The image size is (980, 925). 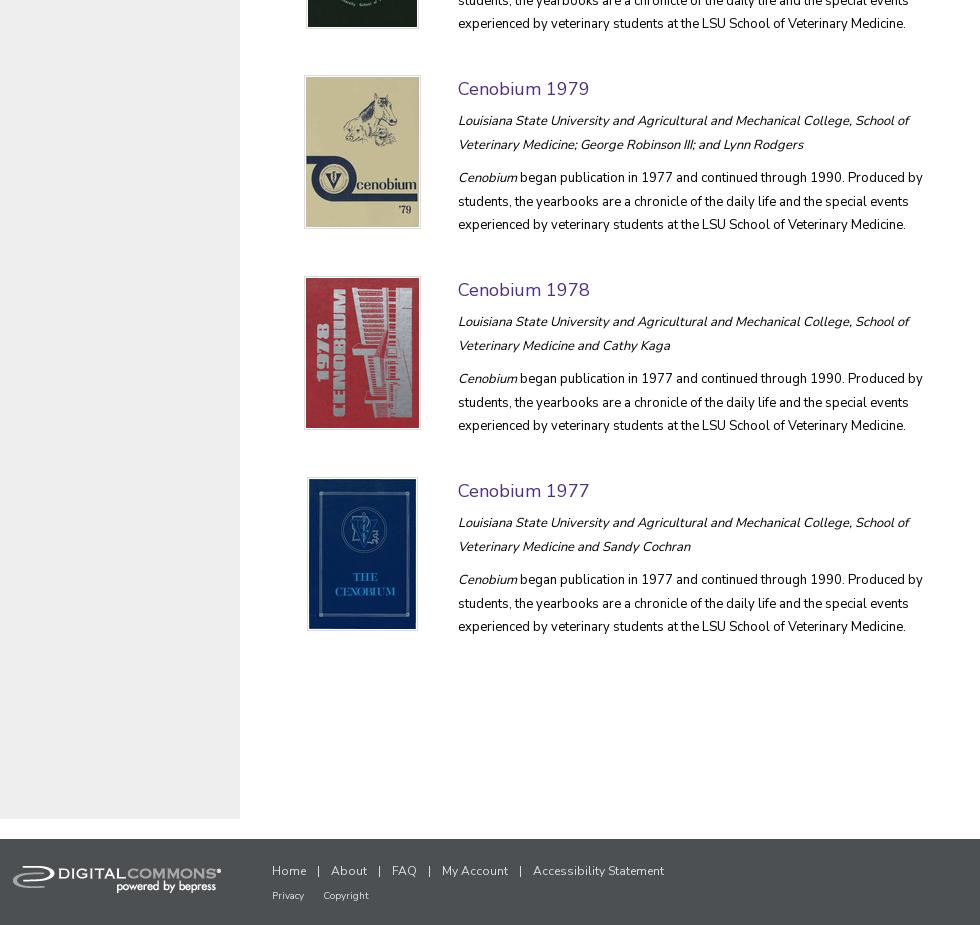 I want to click on 'Louisiana State University and Agricultural and Mechanical College, School of Veterinary Medicine and Sandy Cochran', so click(x=682, y=534).